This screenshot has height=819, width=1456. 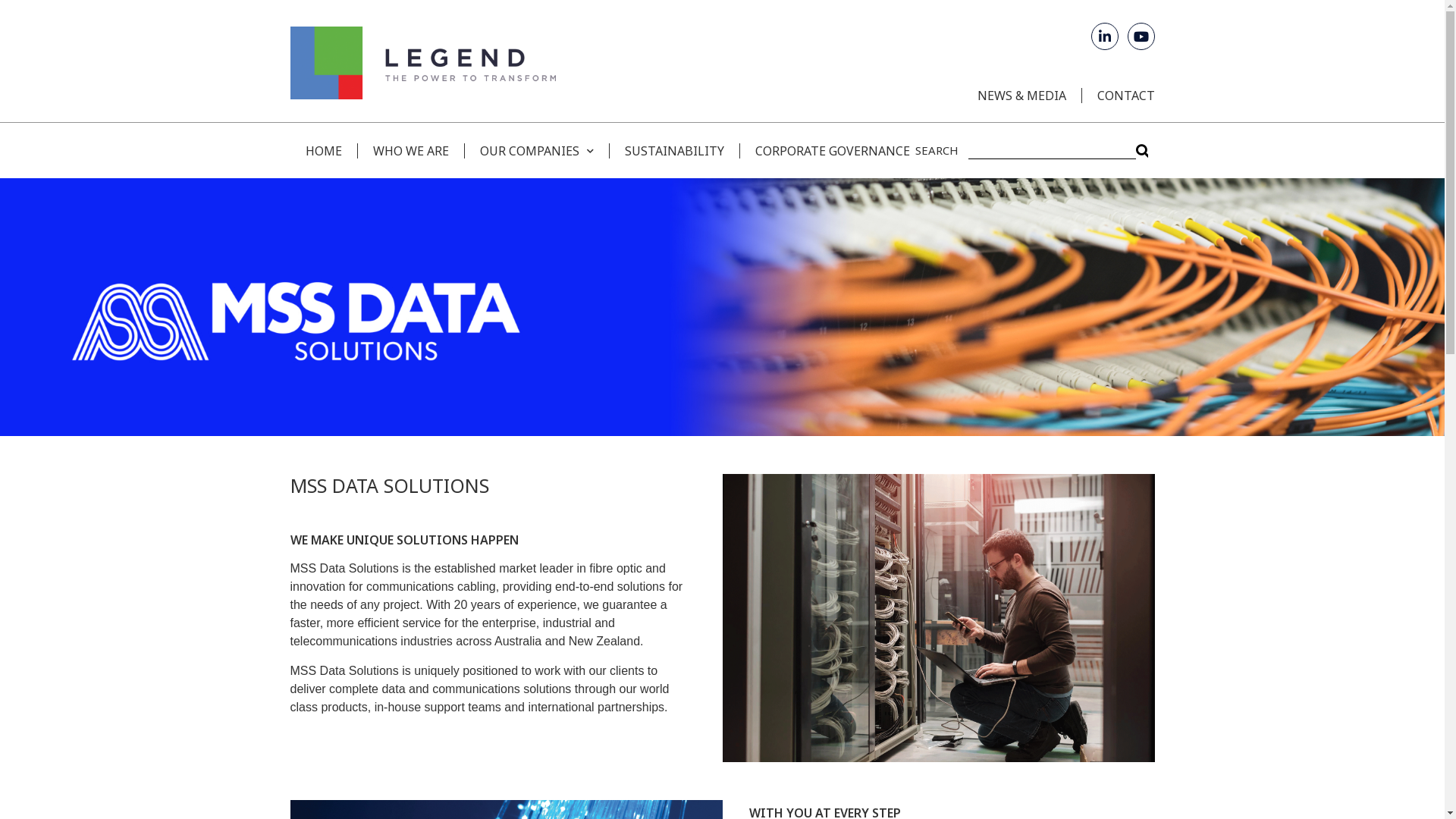 I want to click on 'OUR COMPANIES', so click(x=536, y=149).